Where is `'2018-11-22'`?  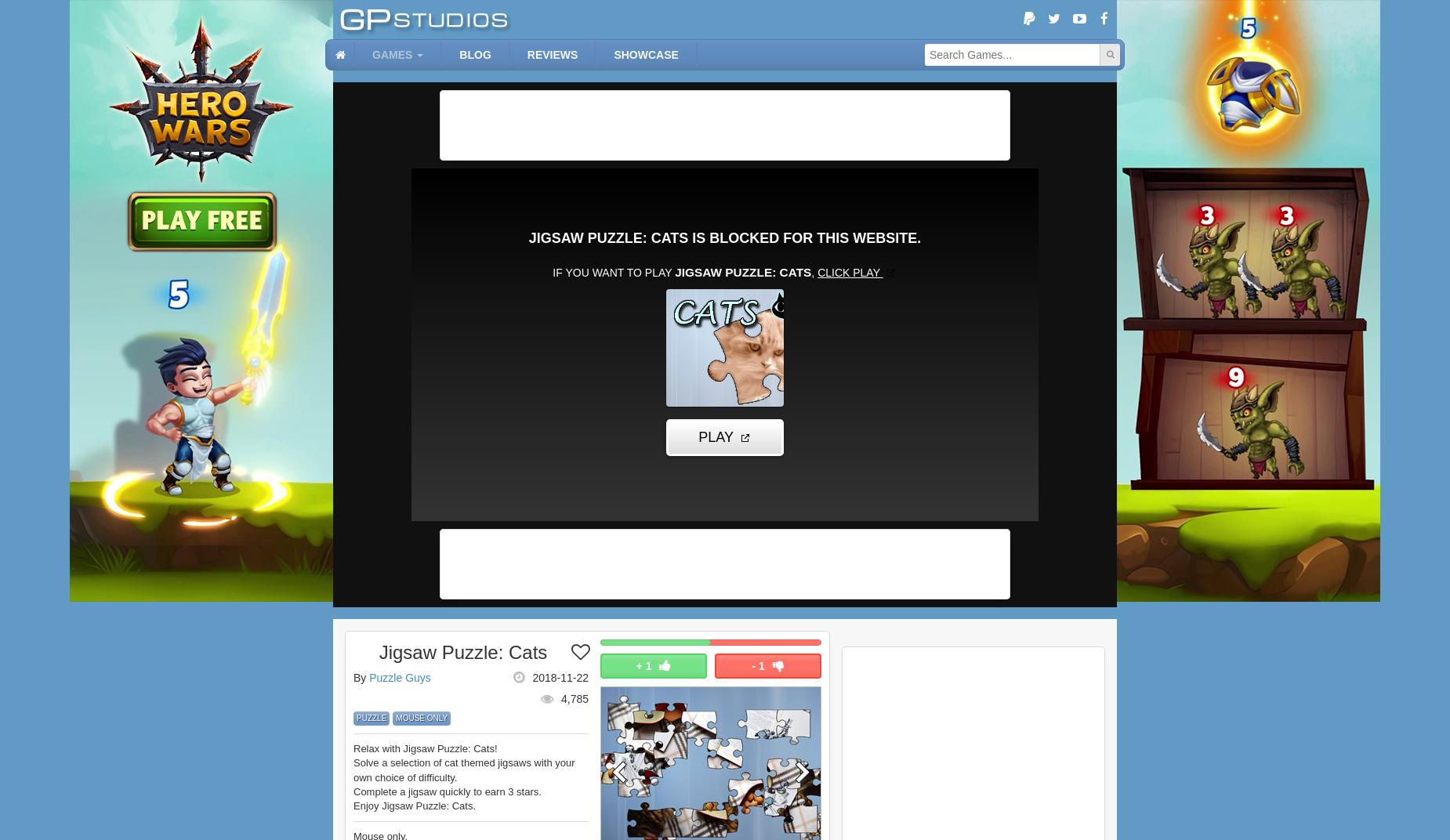
'2018-11-22' is located at coordinates (560, 676).